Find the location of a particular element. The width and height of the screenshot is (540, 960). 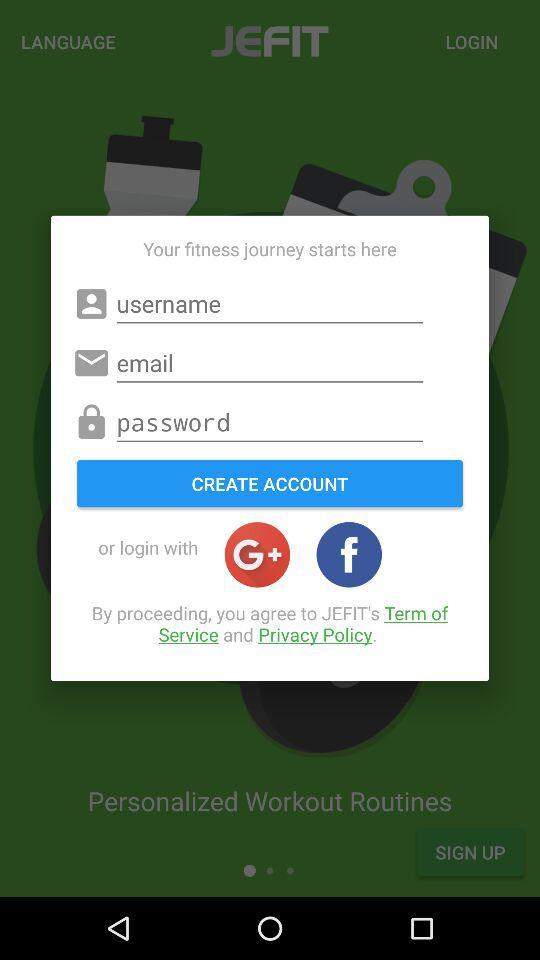

share to facebook is located at coordinates (348, 554).